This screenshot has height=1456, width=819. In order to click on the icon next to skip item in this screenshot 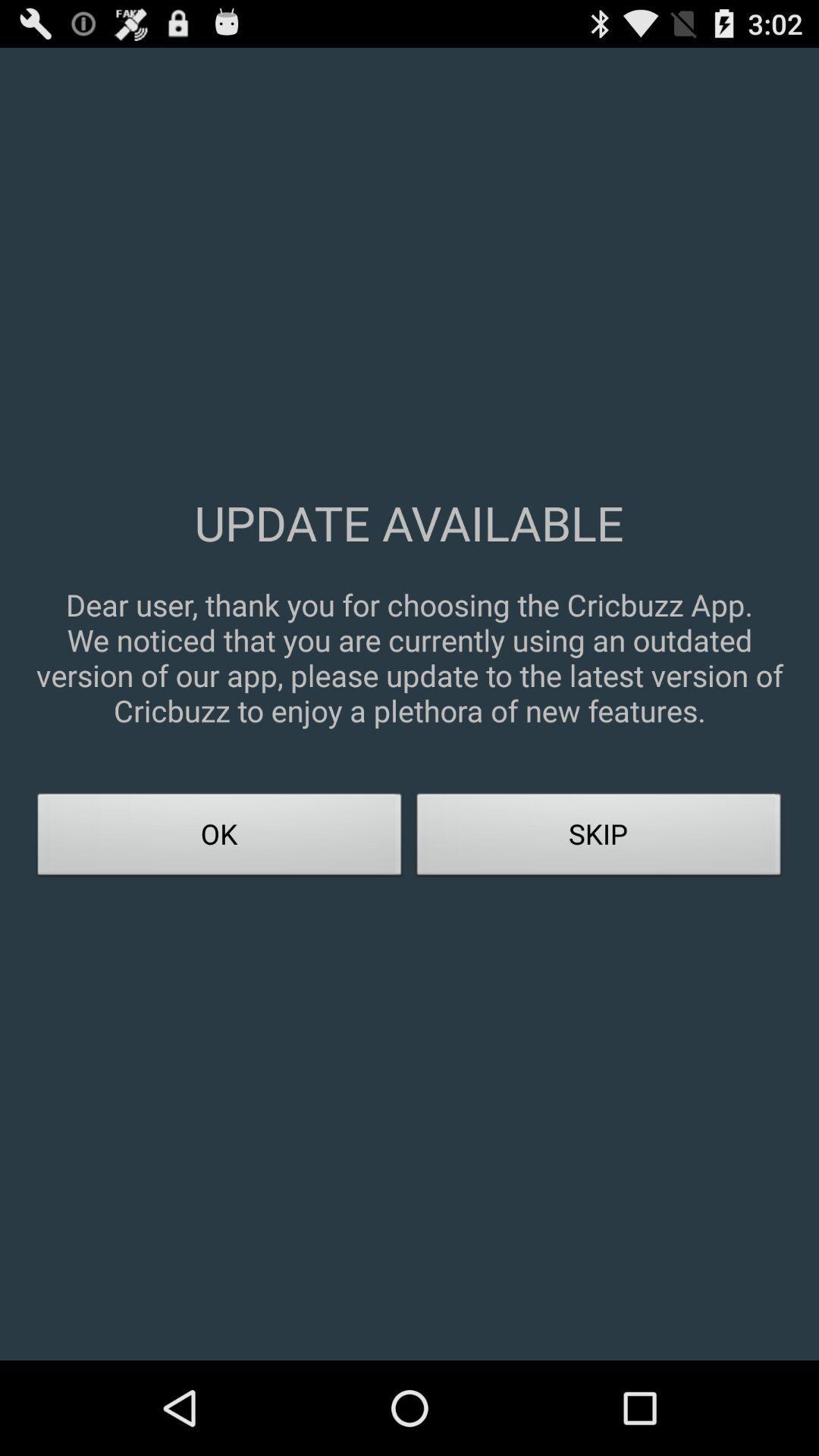, I will do `click(219, 838)`.